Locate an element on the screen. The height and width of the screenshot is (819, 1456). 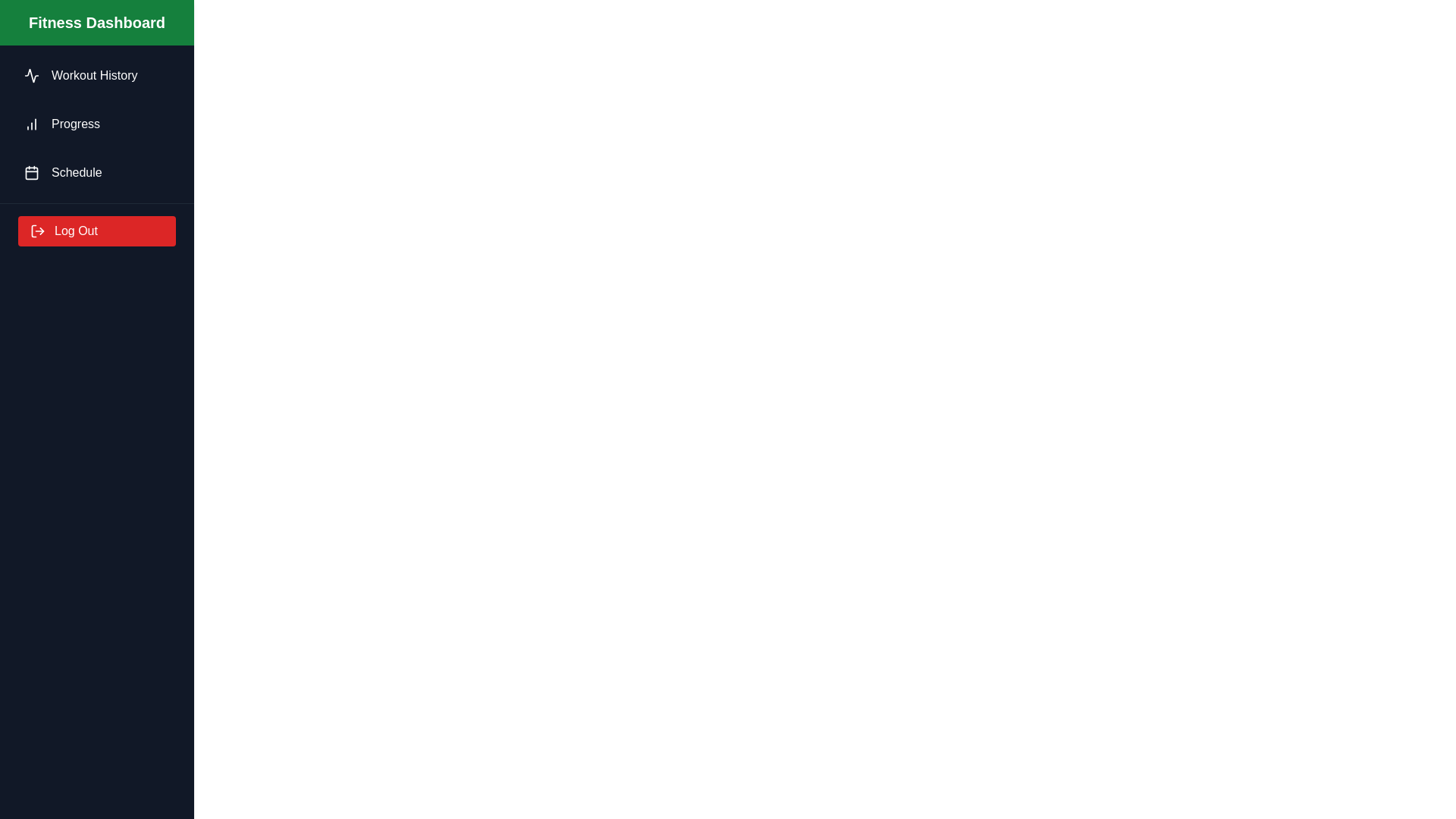
the small icon representing an activity waveform located to the left of the 'Workout History' text label in the sidebar is located at coordinates (32, 76).